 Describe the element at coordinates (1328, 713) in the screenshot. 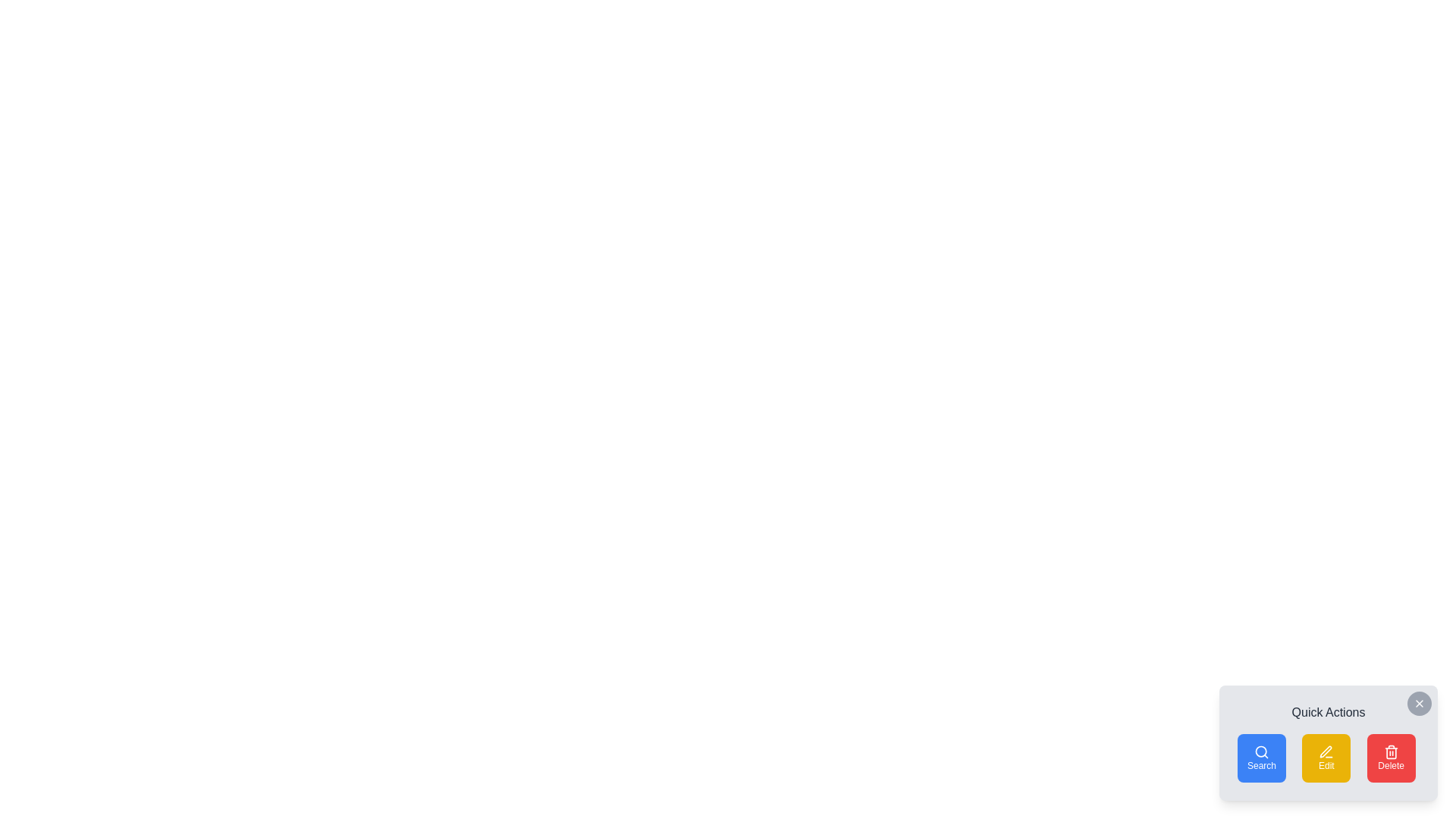

I see `the Text label at the top center of the card that describes the functionality of the buttons below` at that location.